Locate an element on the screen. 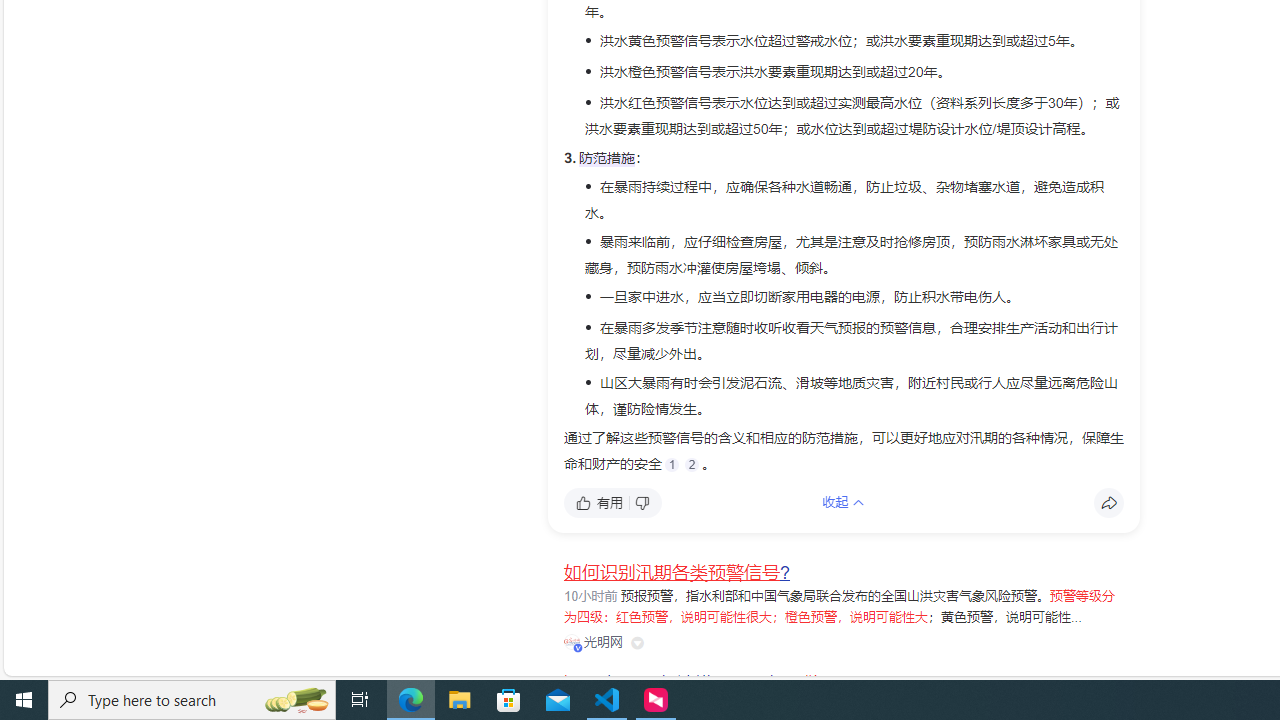 The width and height of the screenshot is (1280, 720). 'Class: vip-icon_kNmNt' is located at coordinates (576, 648).